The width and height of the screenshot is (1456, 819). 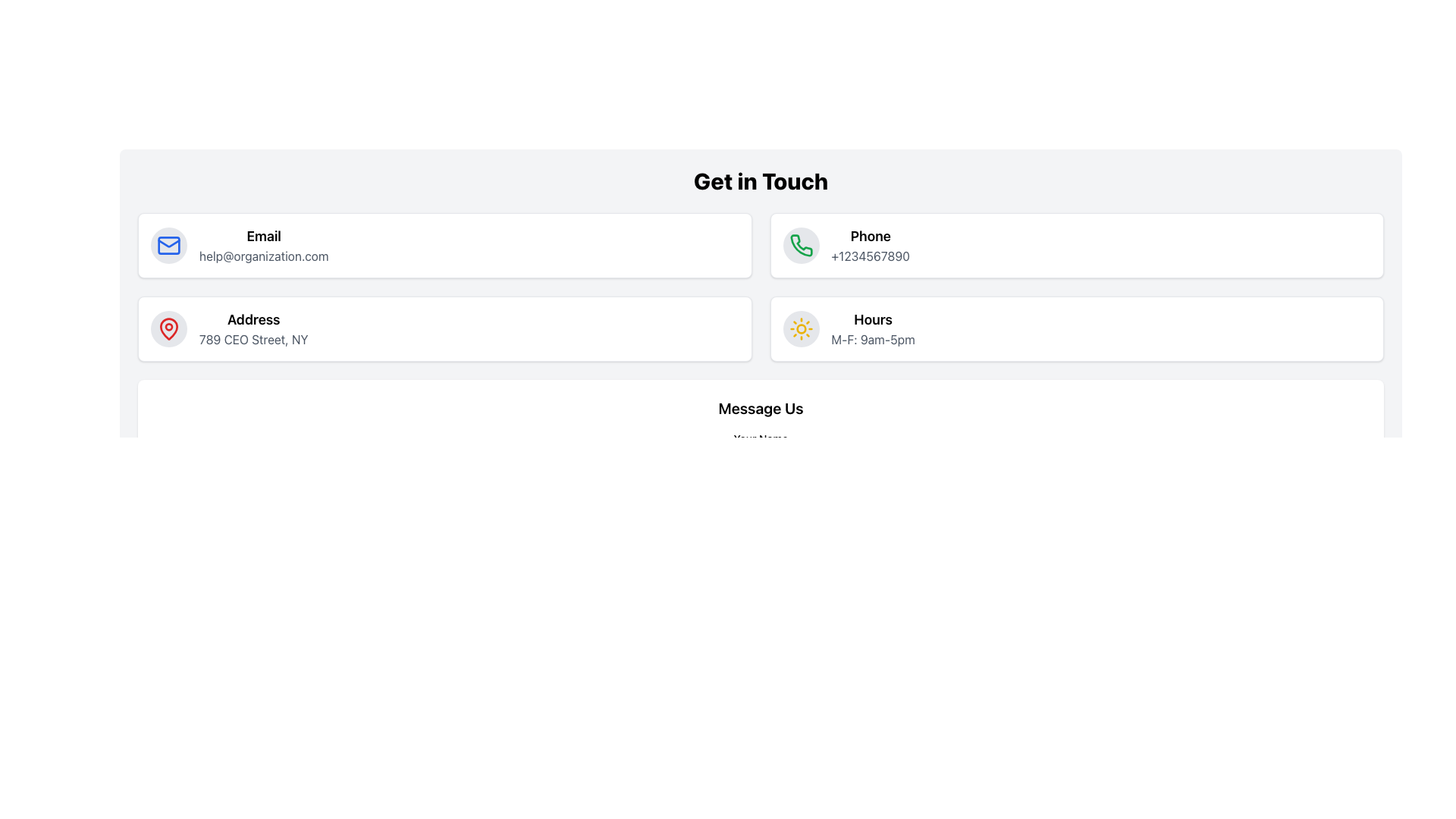 I want to click on the static text label that reads 'Phone', prominently styled in large bold font, located in the upper-right section of the 'Get in Touch' panel, adjacent to a phone icon and above the number '+1234567890', so click(x=871, y=237).